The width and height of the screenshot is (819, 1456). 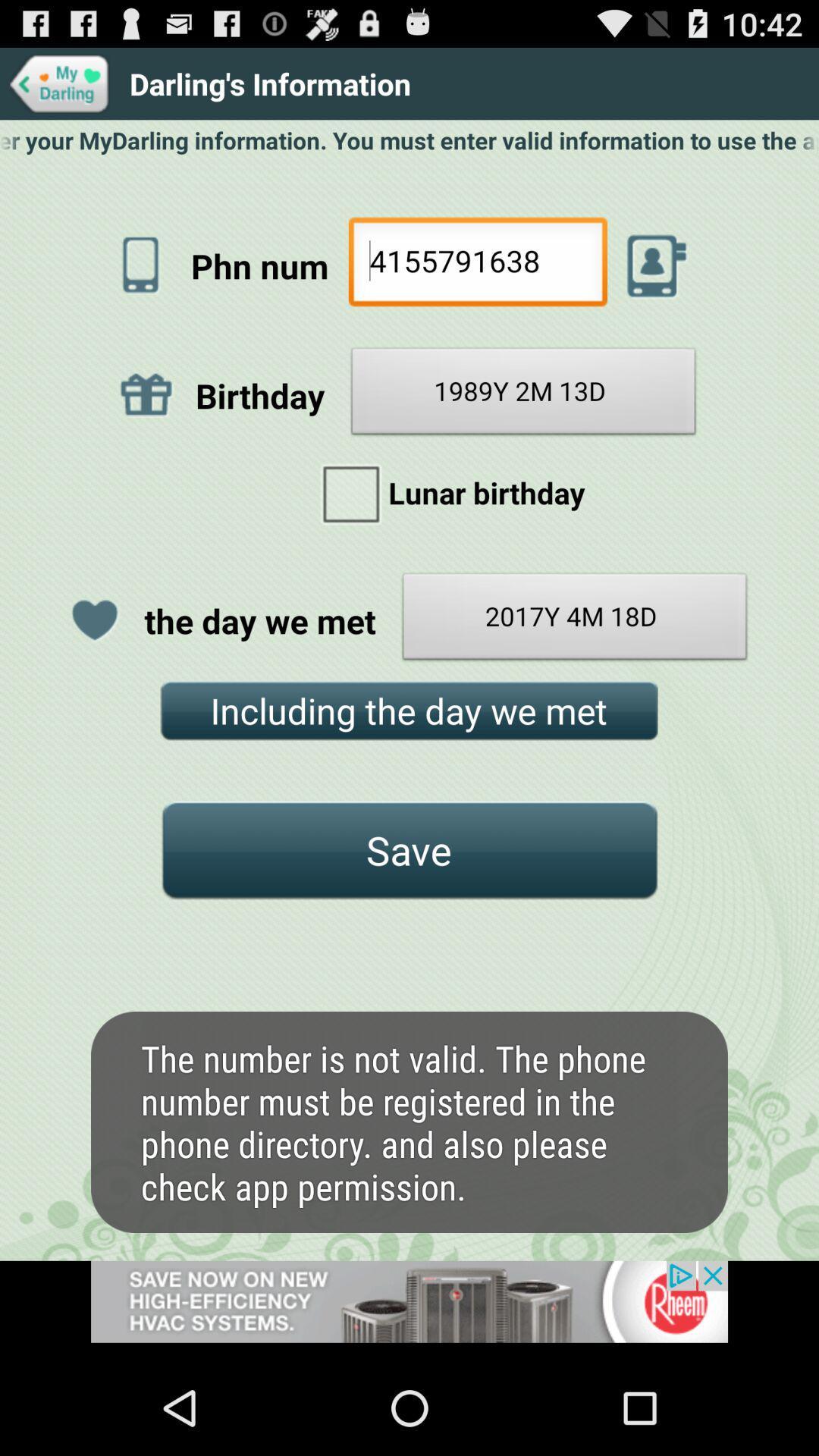 What do you see at coordinates (656, 265) in the screenshot?
I see `call this number` at bounding box center [656, 265].